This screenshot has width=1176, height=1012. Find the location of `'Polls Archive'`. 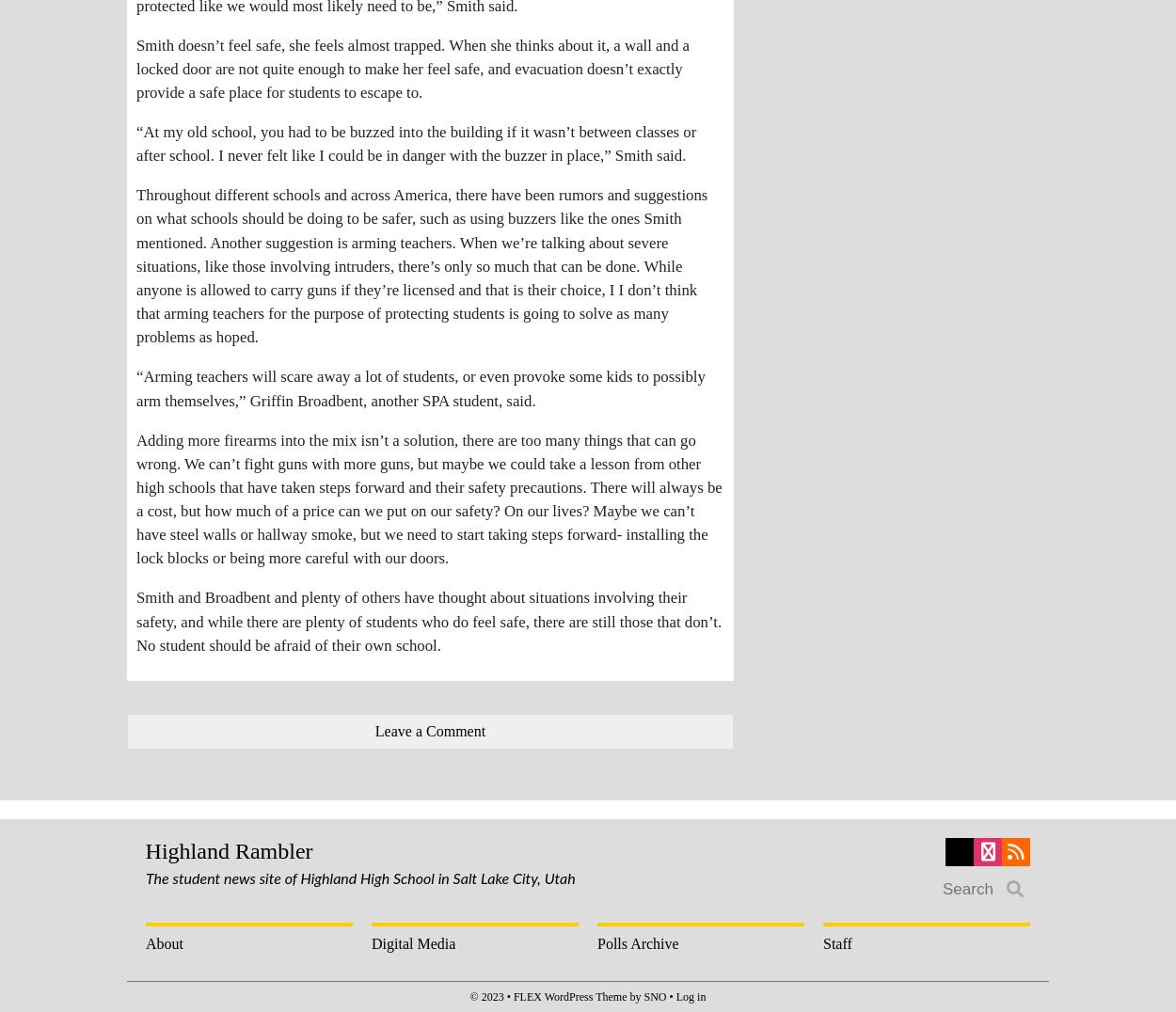

'Polls Archive' is located at coordinates (638, 941).